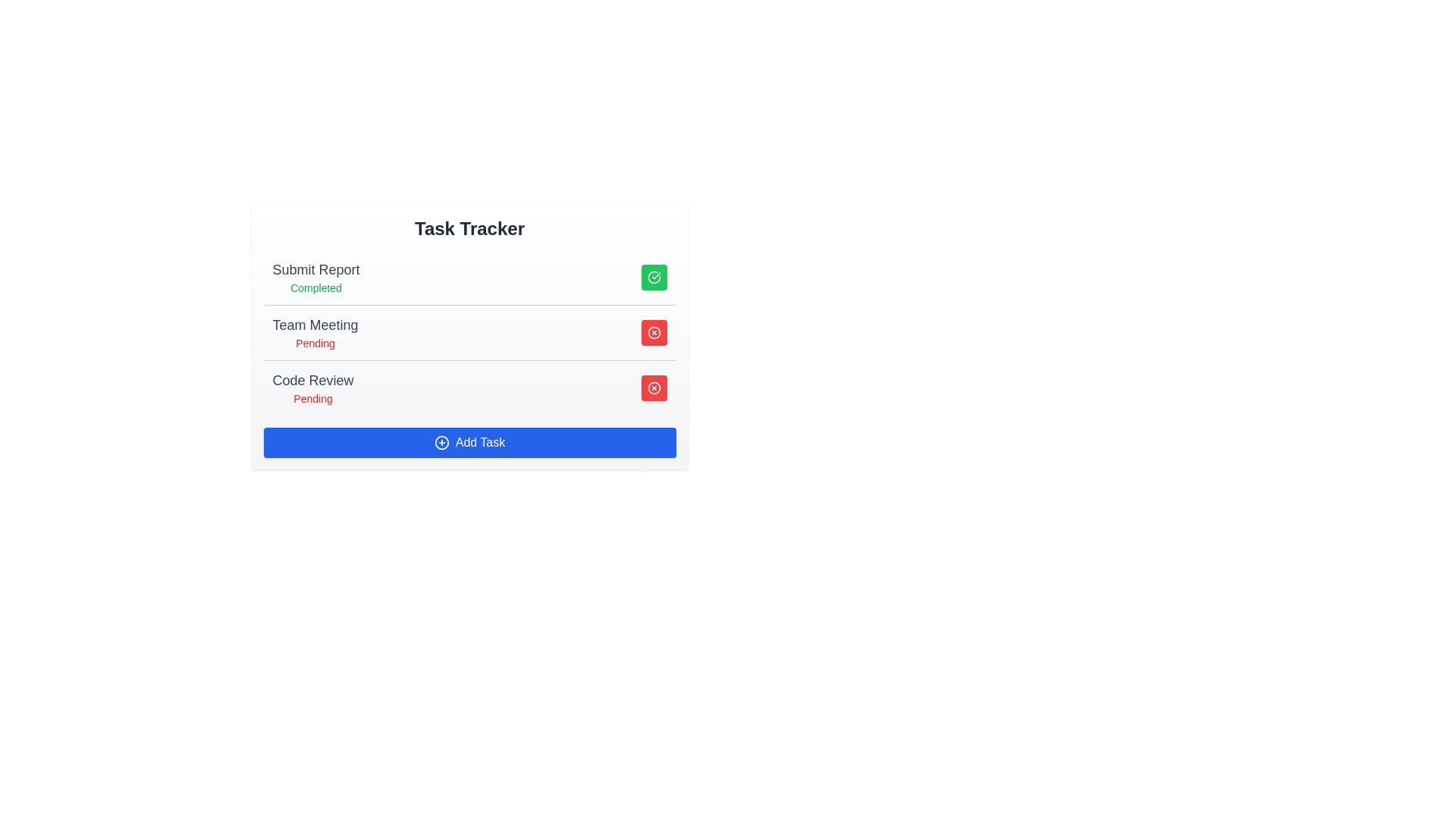 Image resolution: width=1456 pixels, height=819 pixels. I want to click on the small square red button with a white cross icon in the top-right corner of the 'Team Meeting' task entry, so click(654, 332).